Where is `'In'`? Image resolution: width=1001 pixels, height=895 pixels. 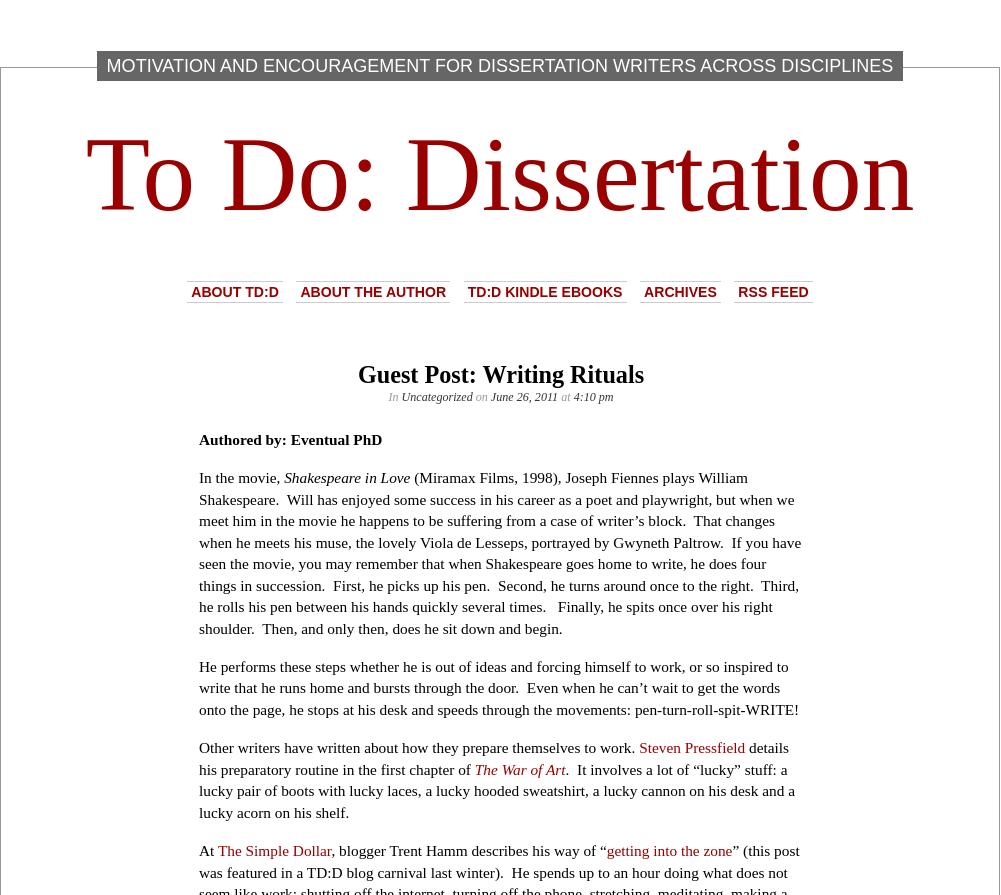
'In' is located at coordinates (393, 397).